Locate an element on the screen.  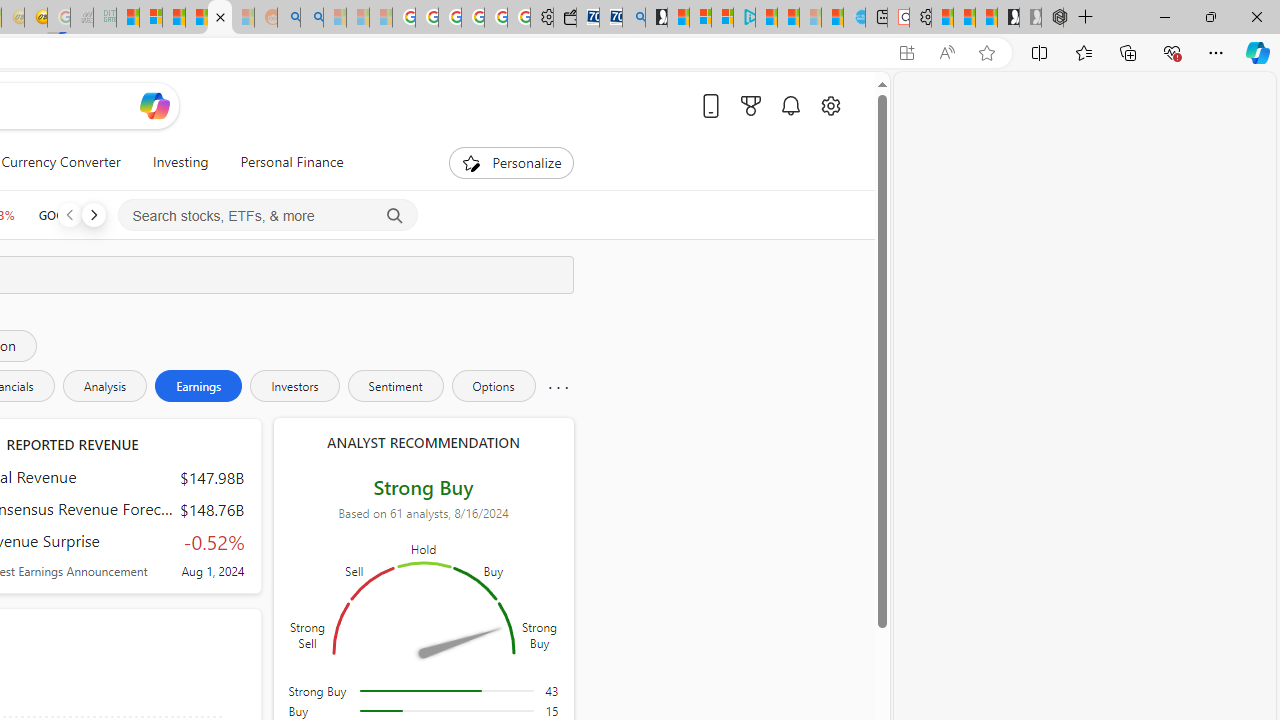
'Options' is located at coordinates (493, 385).